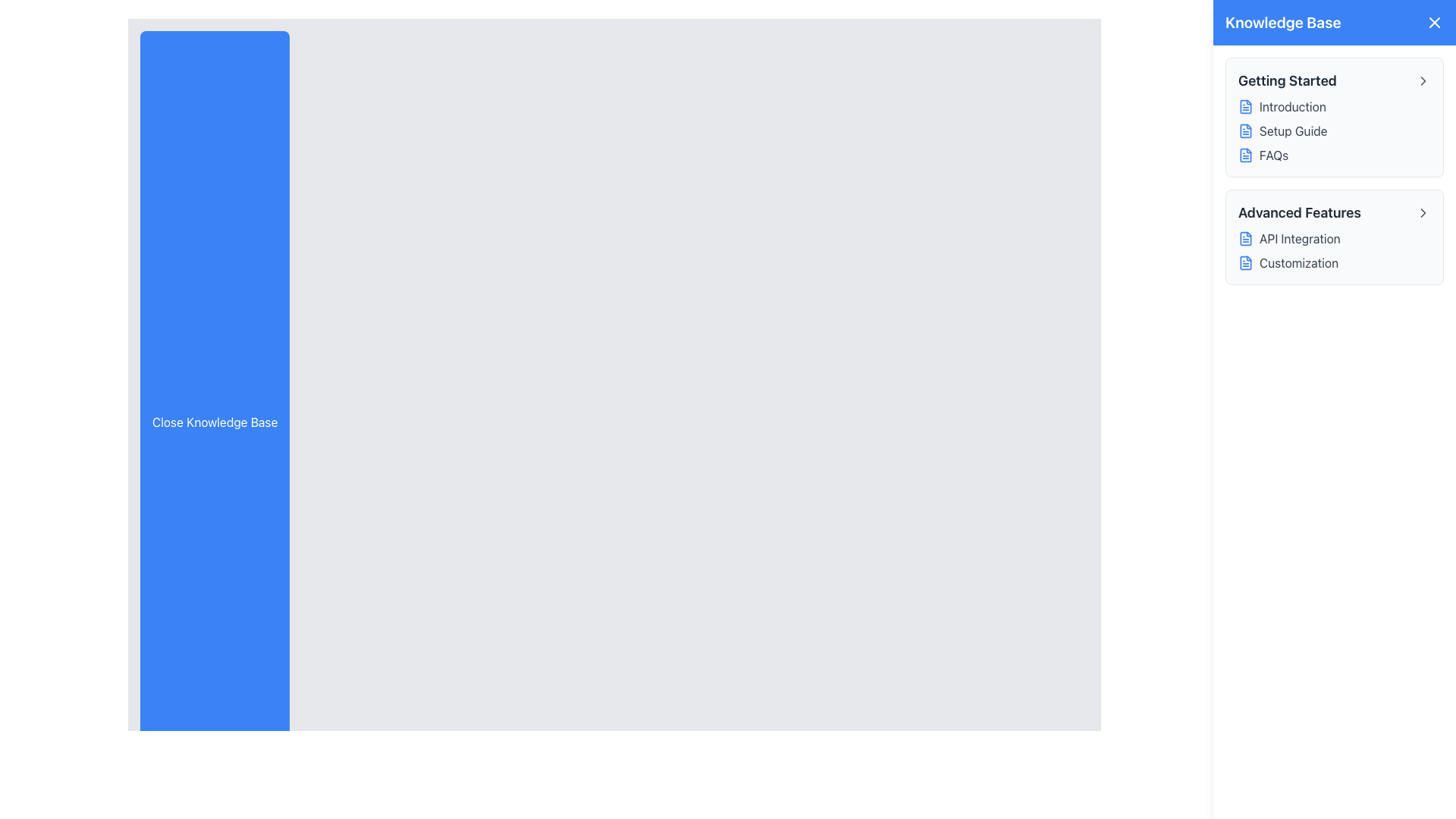 The width and height of the screenshot is (1456, 819). Describe the element at coordinates (1422, 81) in the screenshot. I see `the Chevron Right icon in the right-hand sidebar of the Knowledge Base section` at that location.